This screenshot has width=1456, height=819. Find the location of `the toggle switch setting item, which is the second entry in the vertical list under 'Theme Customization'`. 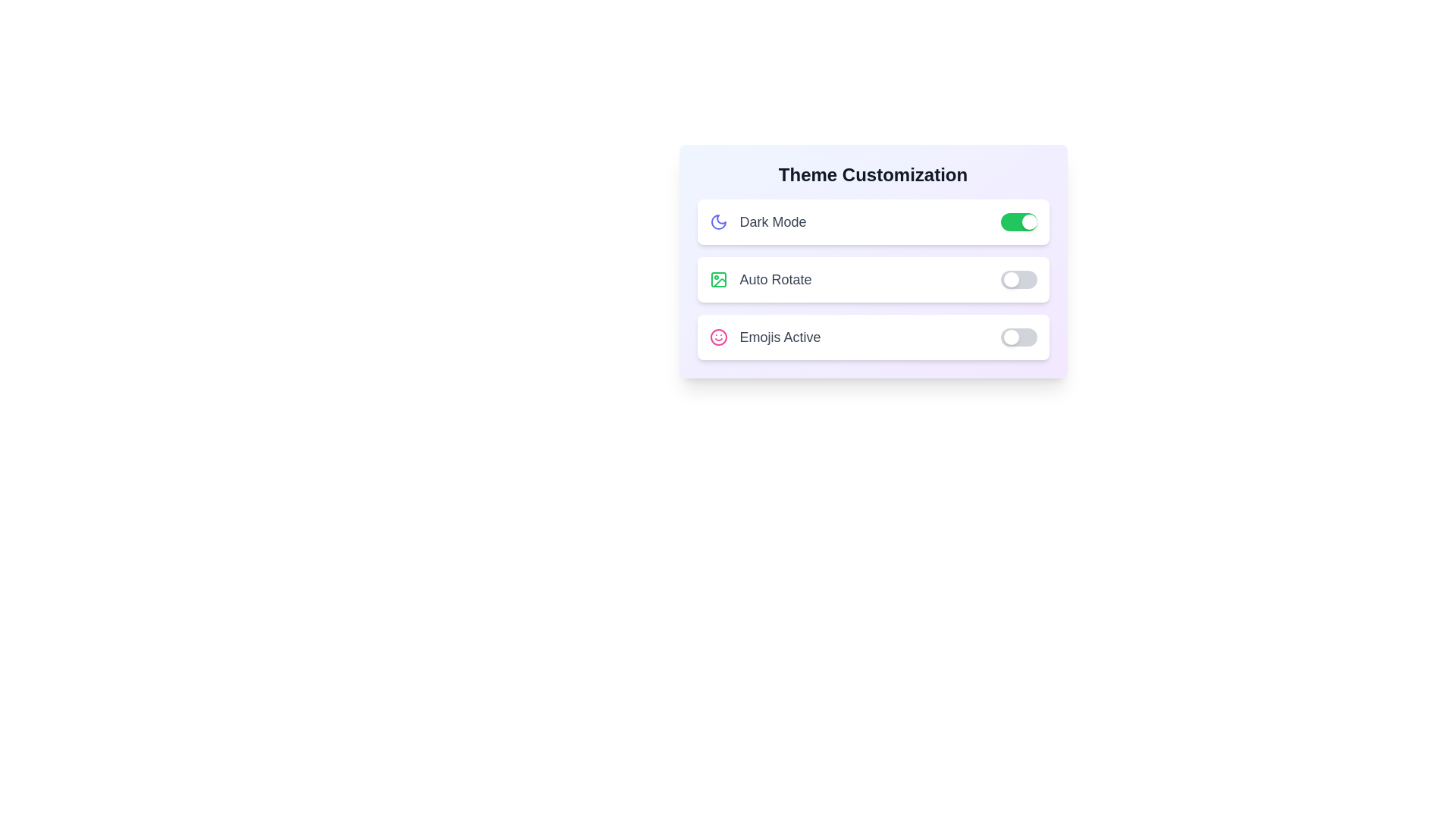

the toggle switch setting item, which is the second entry in the vertical list under 'Theme Customization' is located at coordinates (873, 280).